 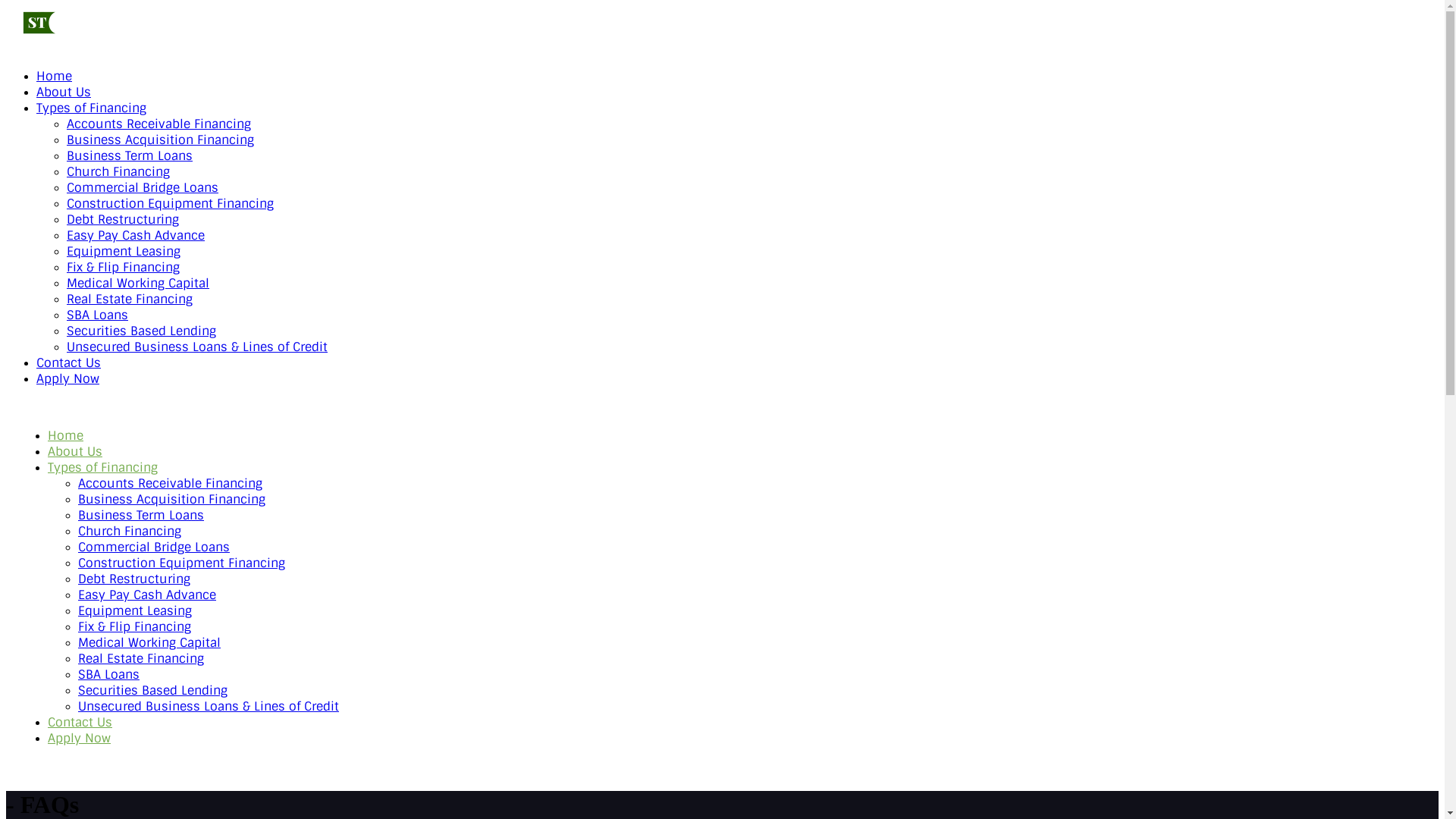 What do you see at coordinates (65, 266) in the screenshot?
I see `'Fix & Flip Financing'` at bounding box center [65, 266].